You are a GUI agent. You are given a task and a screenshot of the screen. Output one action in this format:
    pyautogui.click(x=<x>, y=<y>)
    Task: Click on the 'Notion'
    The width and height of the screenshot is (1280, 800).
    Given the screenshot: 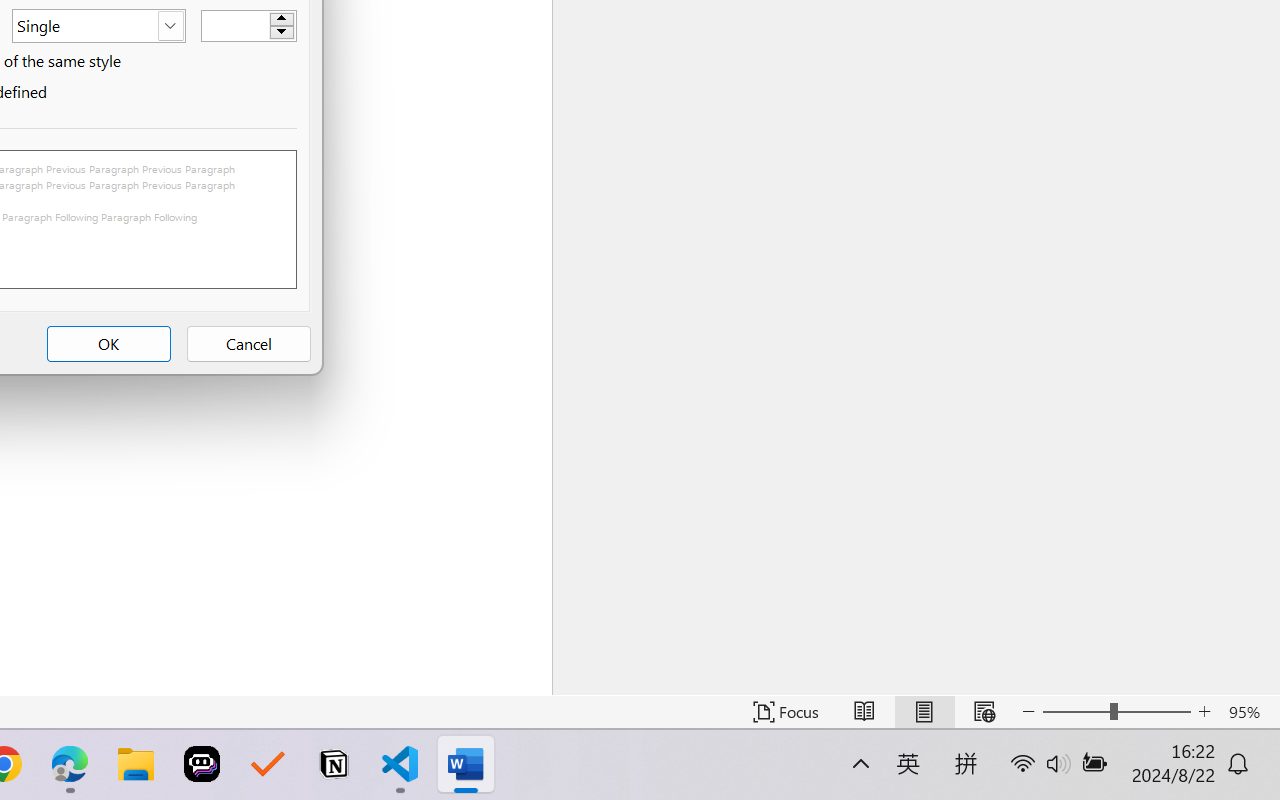 What is the action you would take?
    pyautogui.click(x=334, y=764)
    